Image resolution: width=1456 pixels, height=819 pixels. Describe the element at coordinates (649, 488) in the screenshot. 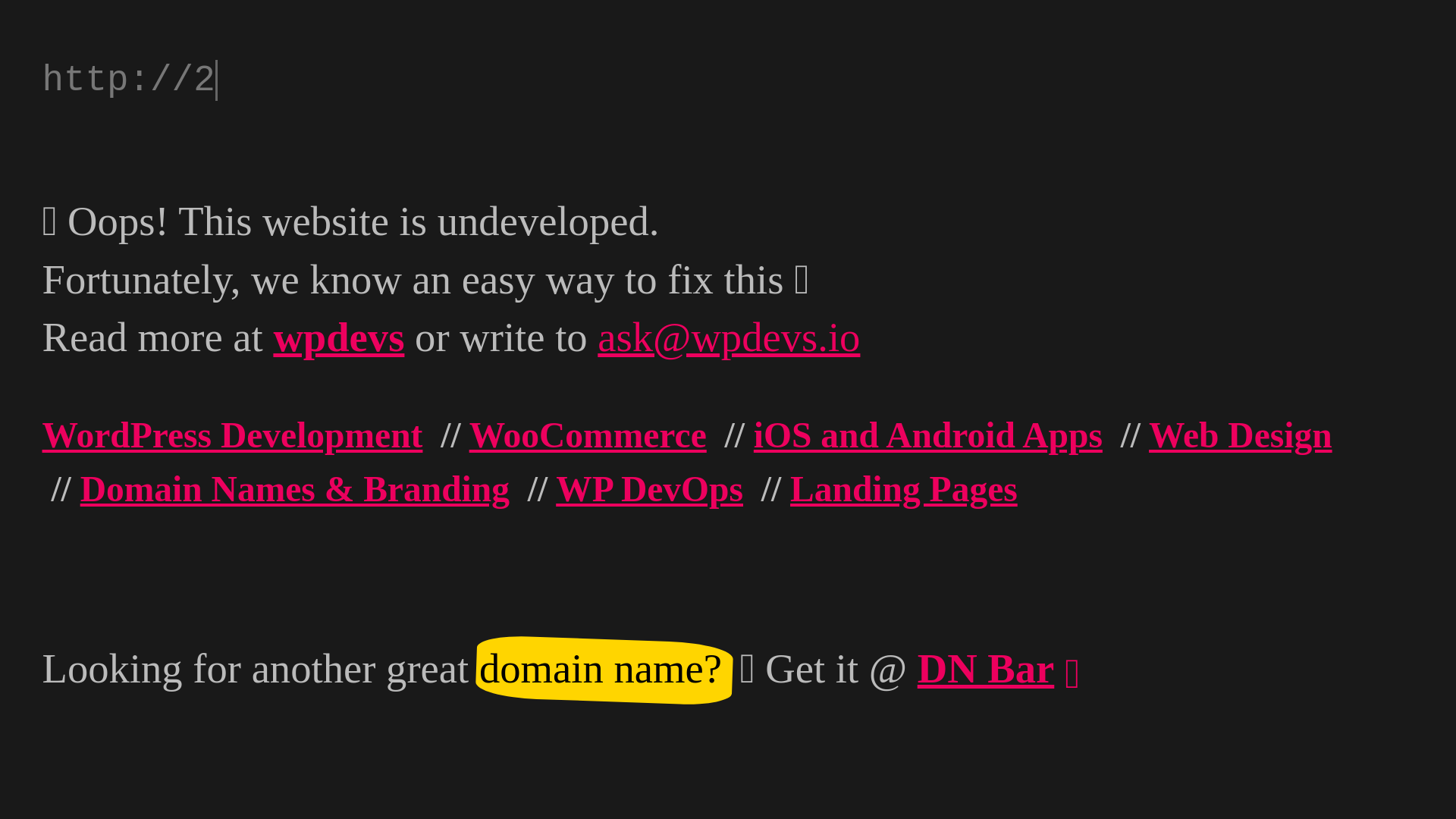

I see `'WP DevOps'` at that location.